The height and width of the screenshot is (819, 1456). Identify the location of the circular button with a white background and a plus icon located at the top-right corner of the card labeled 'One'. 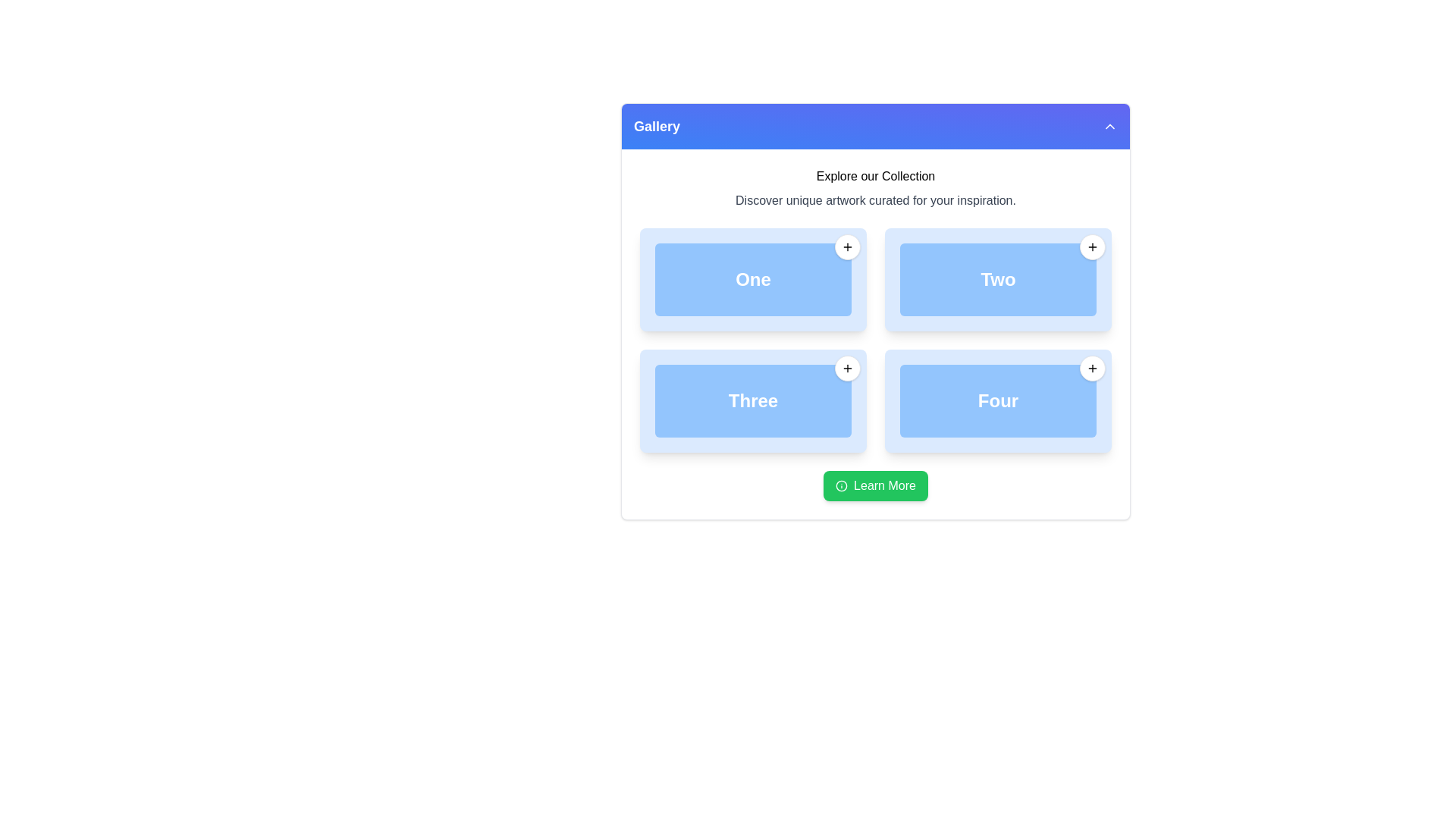
(847, 246).